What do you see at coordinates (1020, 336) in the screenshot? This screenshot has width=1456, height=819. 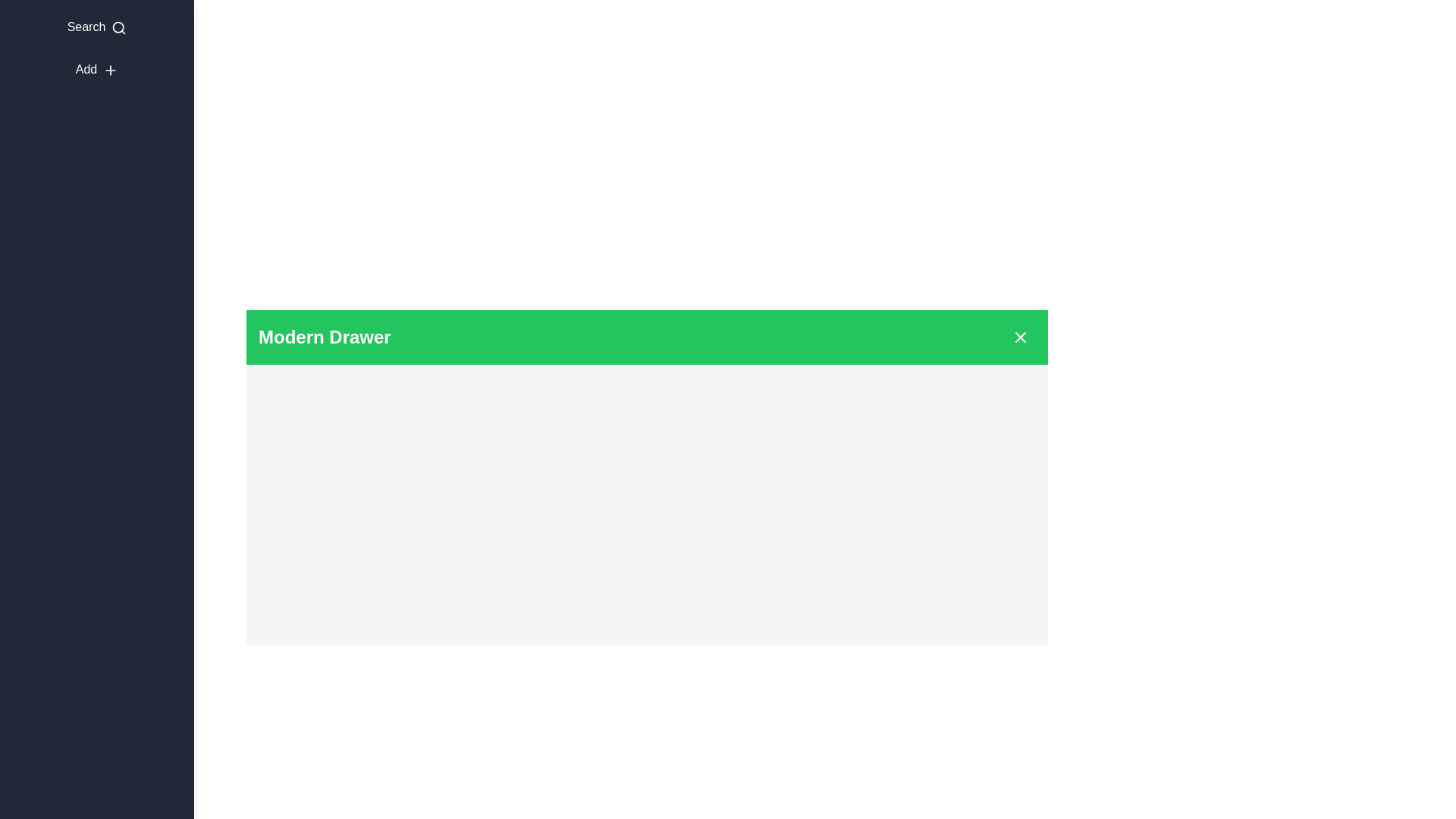 I see `the 'X' shaped icon button with a green background located at the far right of the horizontal green bar, adjacent to the 'Modern Drawer' header` at bounding box center [1020, 336].